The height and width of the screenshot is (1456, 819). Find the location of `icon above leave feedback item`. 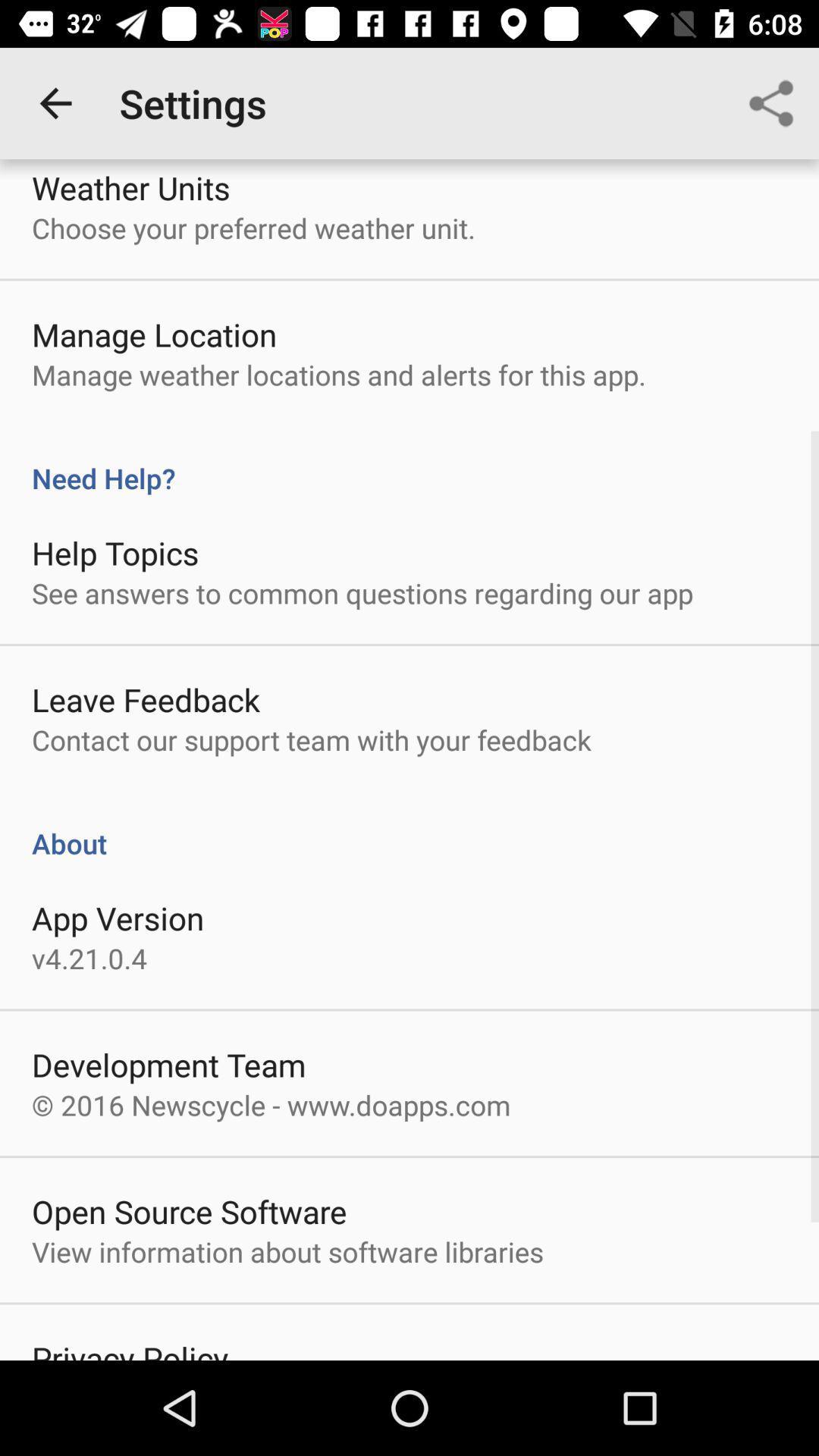

icon above leave feedback item is located at coordinates (362, 592).